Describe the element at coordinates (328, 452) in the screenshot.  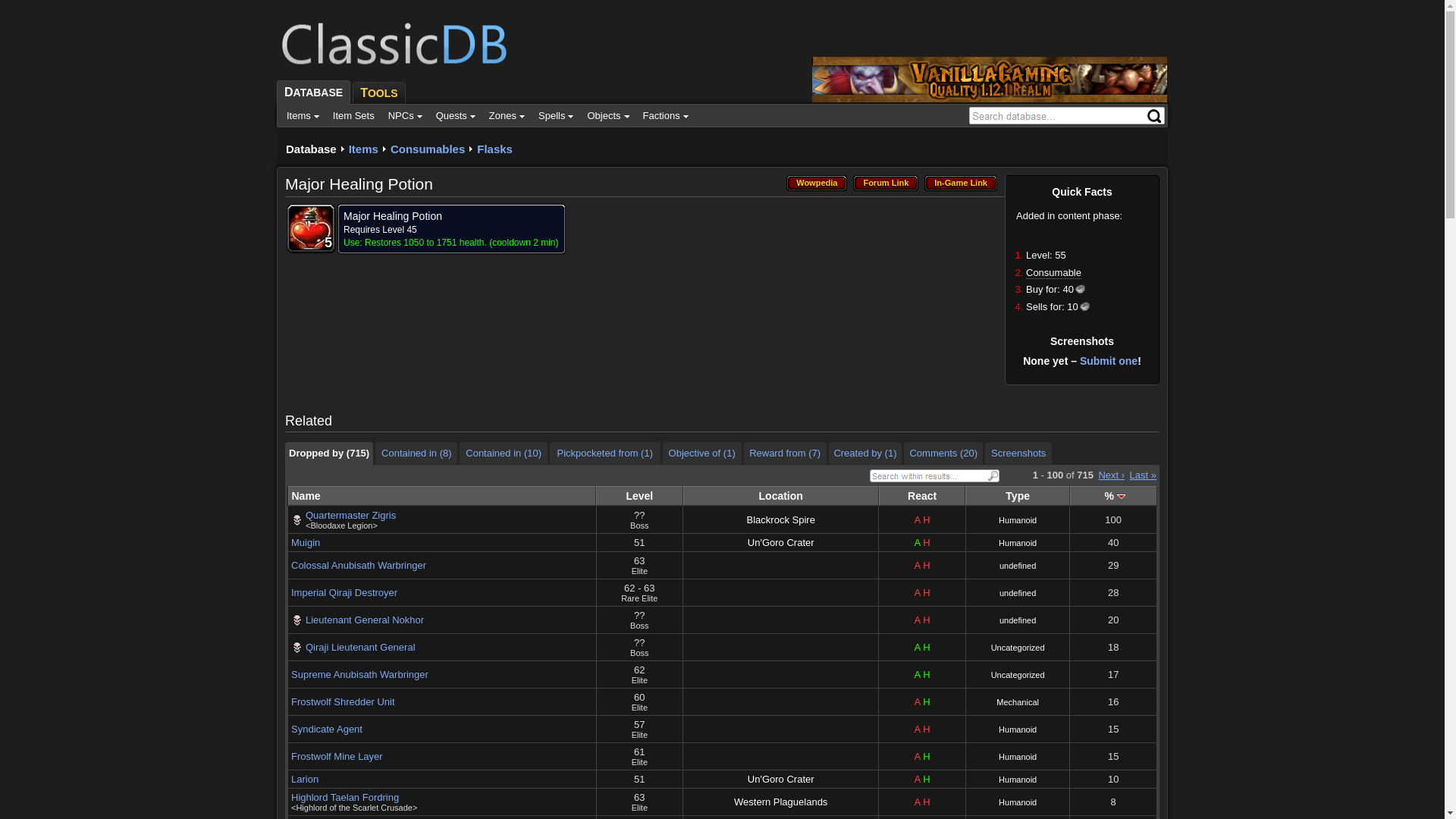
I see `'Dropped by (715)'` at that location.